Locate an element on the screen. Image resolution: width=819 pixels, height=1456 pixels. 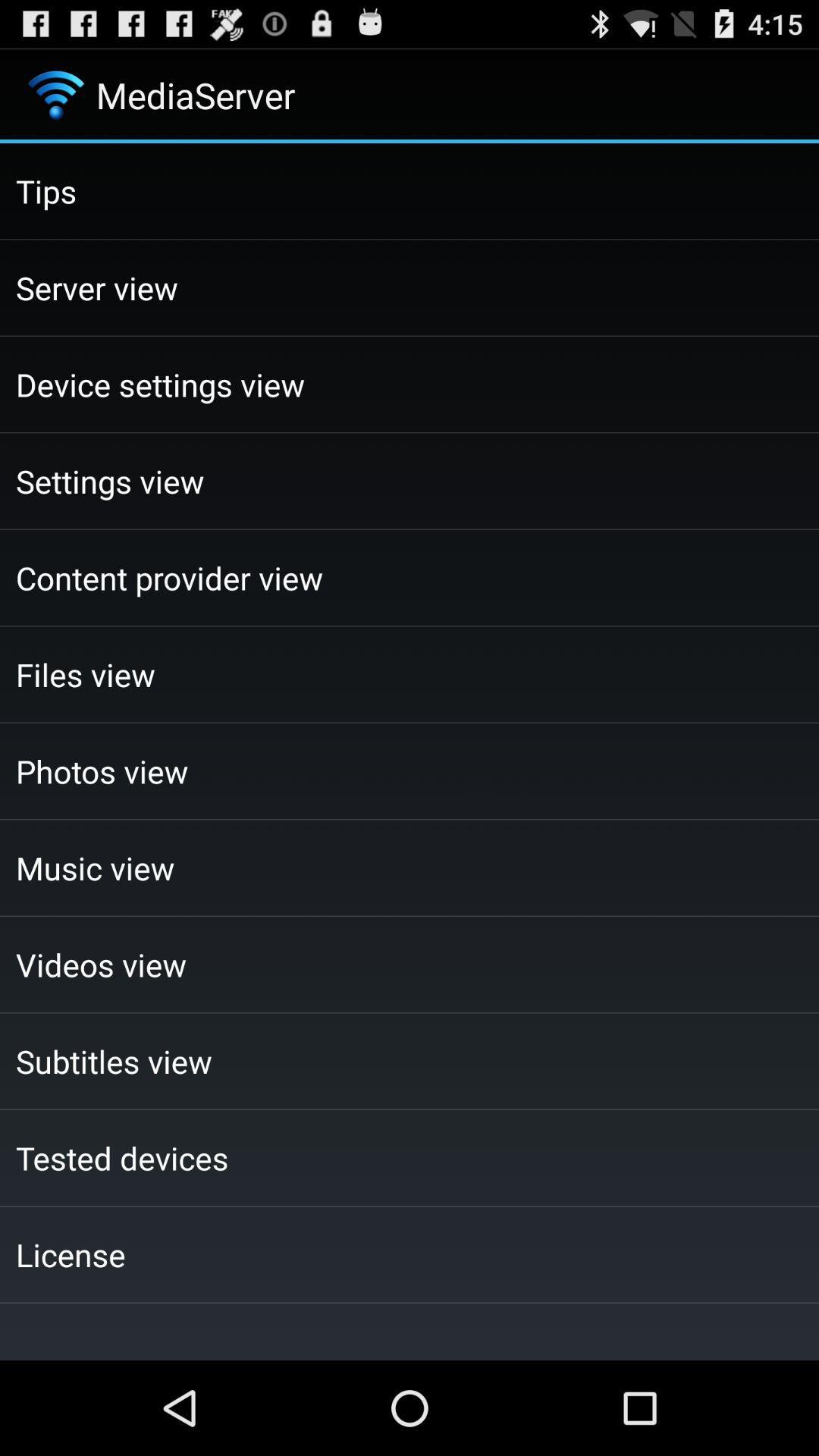
checkbox below the tips item is located at coordinates (409, 287).